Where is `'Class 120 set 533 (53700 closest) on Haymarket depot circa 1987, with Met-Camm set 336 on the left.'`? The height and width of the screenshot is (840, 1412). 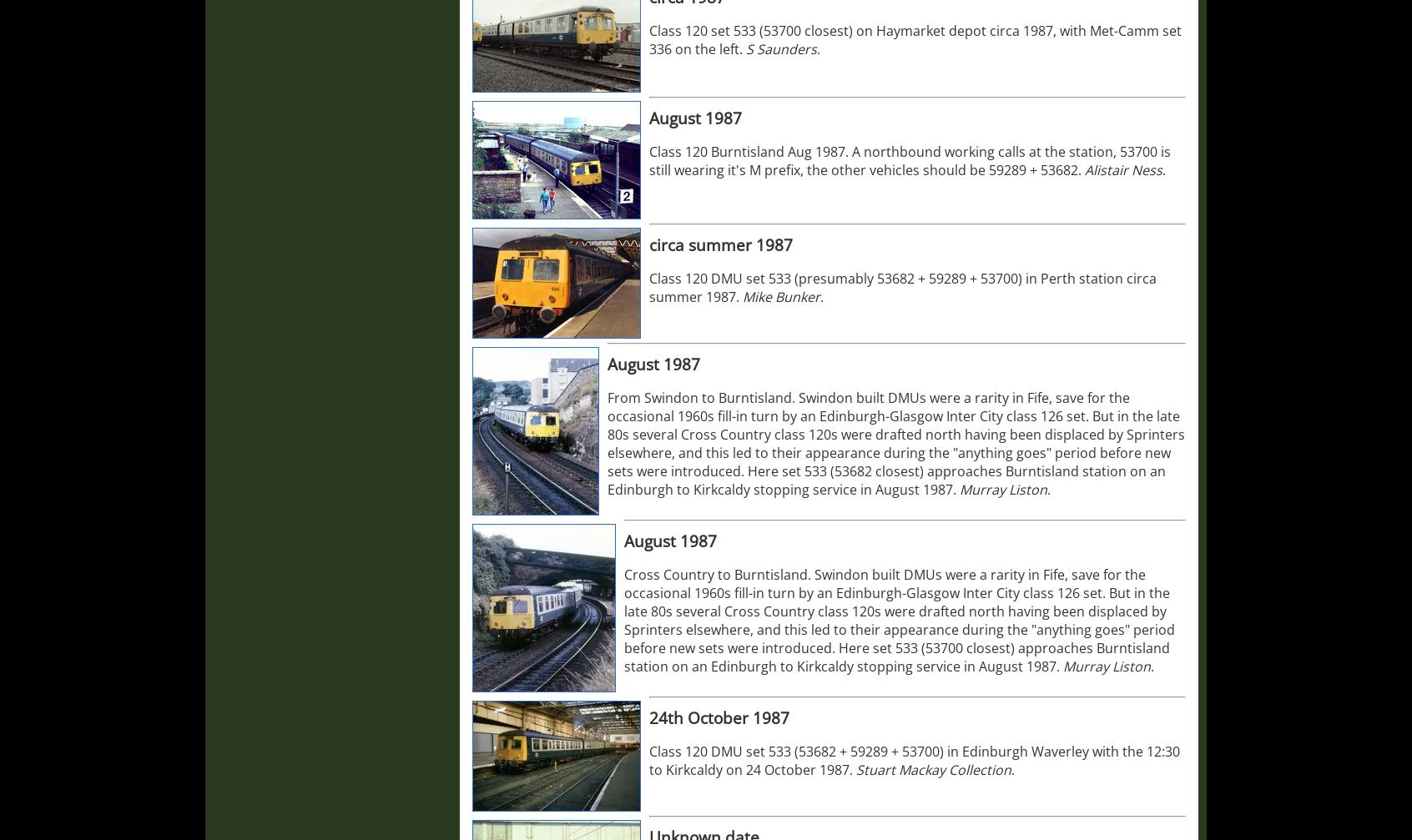 'Class 120 set 533 (53700 closest) on Haymarket depot circa 1987, with Met-Camm set 336 on the left.' is located at coordinates (915, 40).